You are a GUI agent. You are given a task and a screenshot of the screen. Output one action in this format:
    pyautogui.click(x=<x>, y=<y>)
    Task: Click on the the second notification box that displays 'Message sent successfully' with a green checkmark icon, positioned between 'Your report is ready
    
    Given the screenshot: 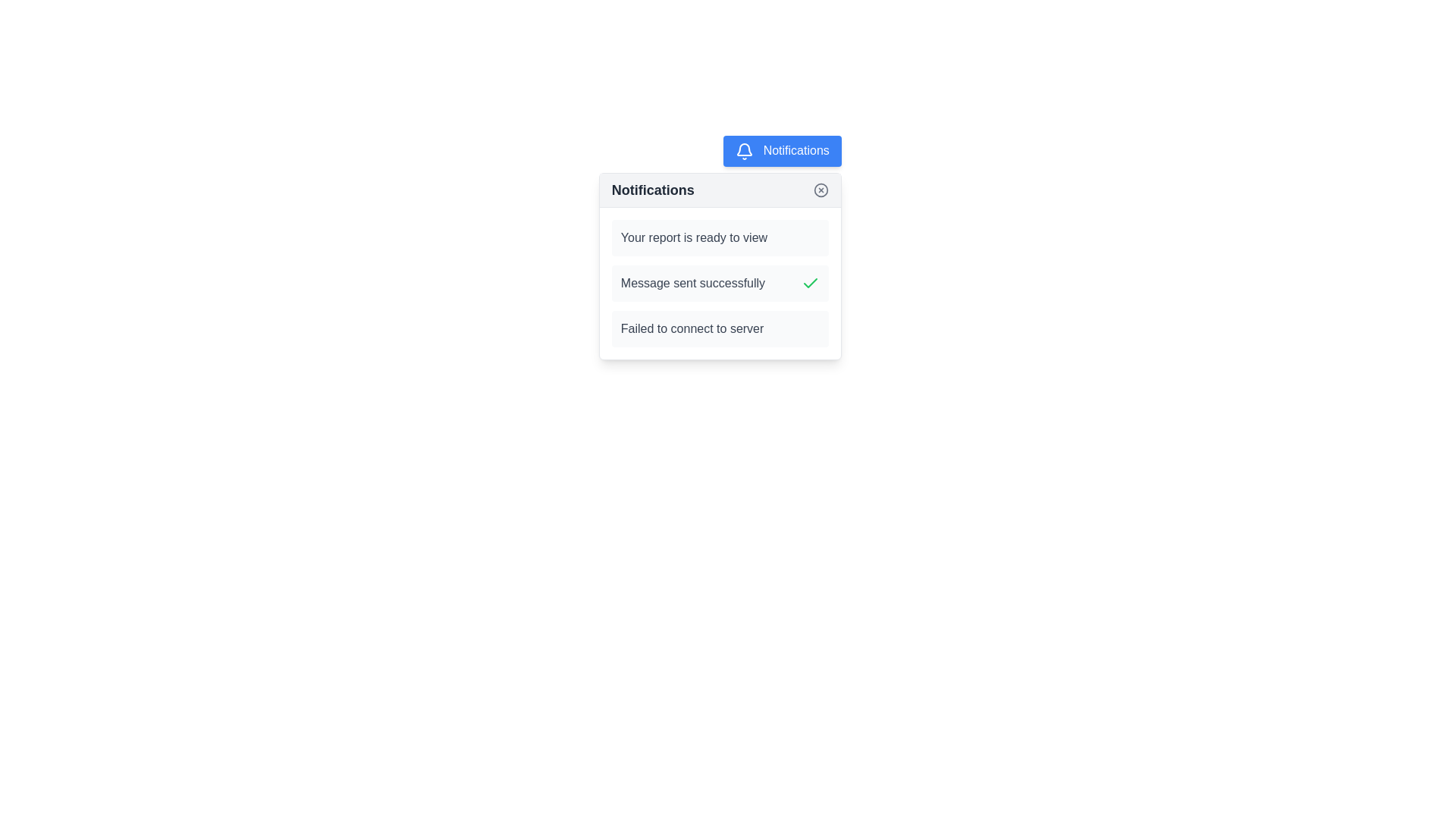 What is the action you would take?
    pyautogui.click(x=719, y=283)
    